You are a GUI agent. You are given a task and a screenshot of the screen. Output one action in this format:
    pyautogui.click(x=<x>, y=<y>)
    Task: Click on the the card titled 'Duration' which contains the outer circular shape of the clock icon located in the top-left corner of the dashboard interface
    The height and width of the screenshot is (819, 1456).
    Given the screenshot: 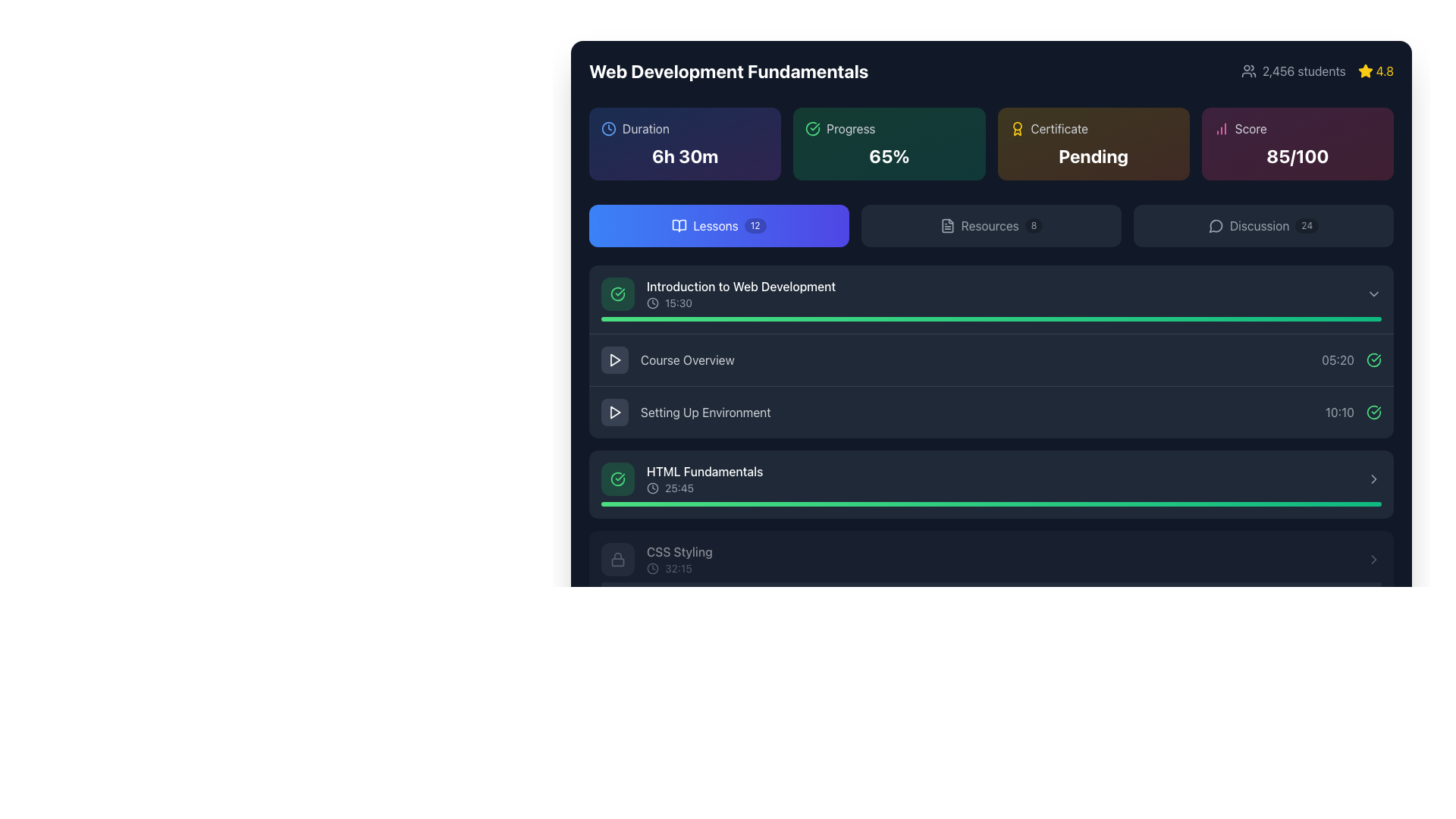 What is the action you would take?
    pyautogui.click(x=608, y=127)
    